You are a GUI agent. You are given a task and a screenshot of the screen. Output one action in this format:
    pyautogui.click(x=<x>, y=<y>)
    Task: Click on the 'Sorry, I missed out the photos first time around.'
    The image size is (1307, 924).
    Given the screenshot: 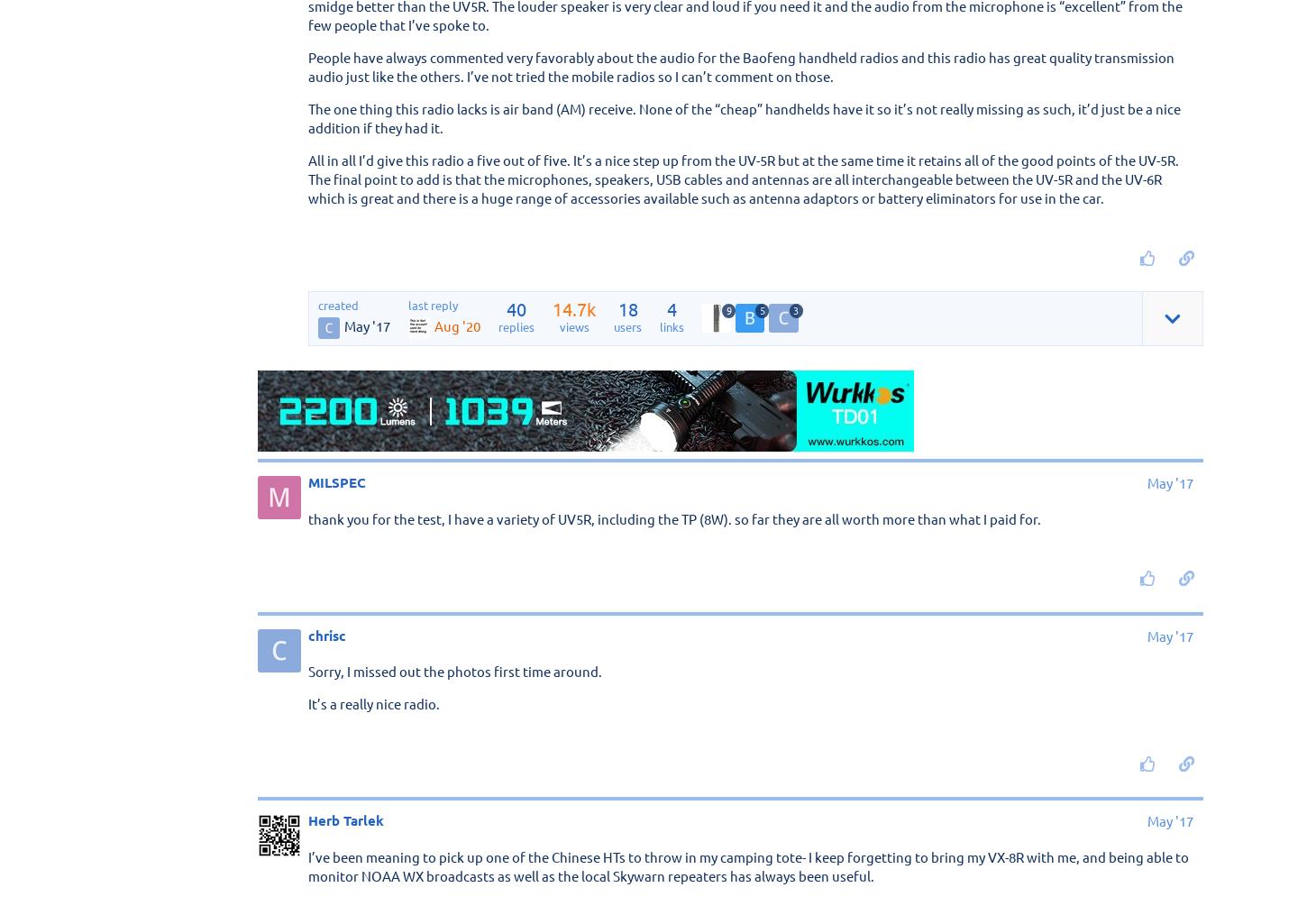 What is the action you would take?
    pyautogui.click(x=455, y=670)
    